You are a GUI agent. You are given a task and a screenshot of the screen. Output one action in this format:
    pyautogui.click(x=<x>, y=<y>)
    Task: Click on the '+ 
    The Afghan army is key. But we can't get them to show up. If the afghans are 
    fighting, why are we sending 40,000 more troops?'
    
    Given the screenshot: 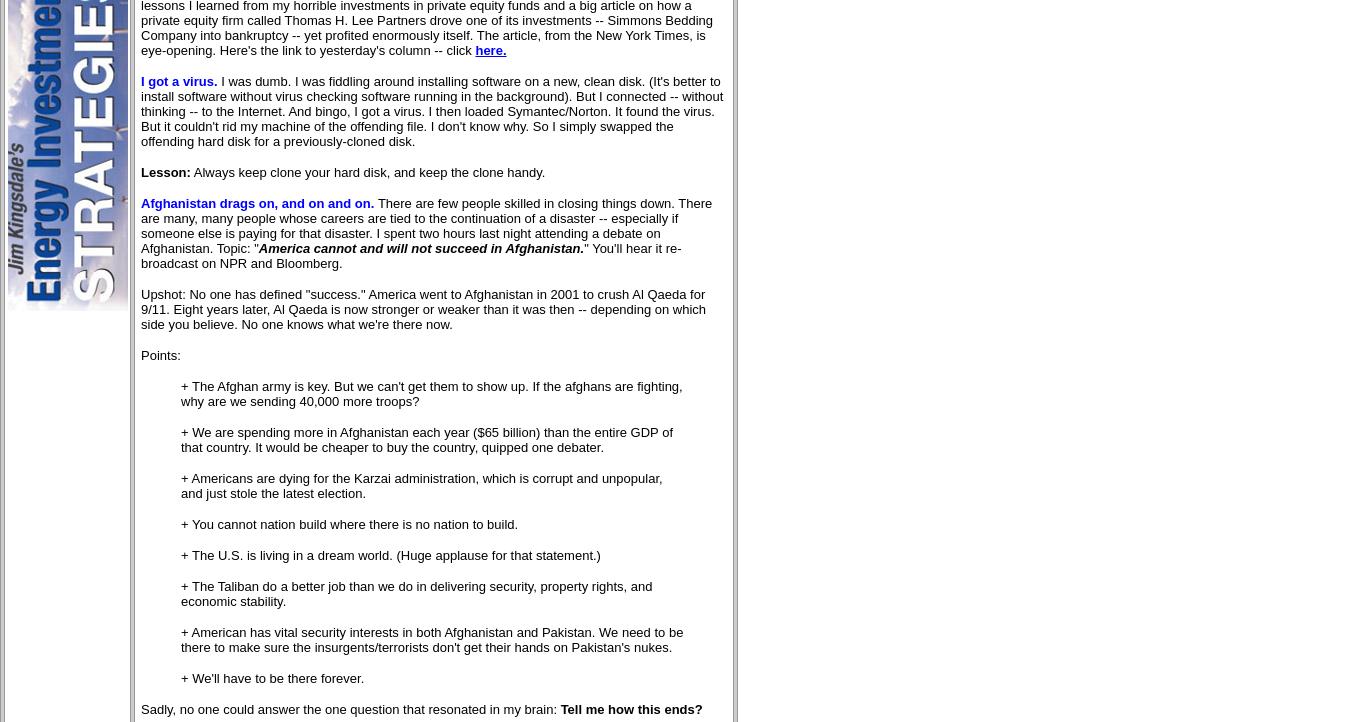 What is the action you would take?
    pyautogui.click(x=431, y=393)
    